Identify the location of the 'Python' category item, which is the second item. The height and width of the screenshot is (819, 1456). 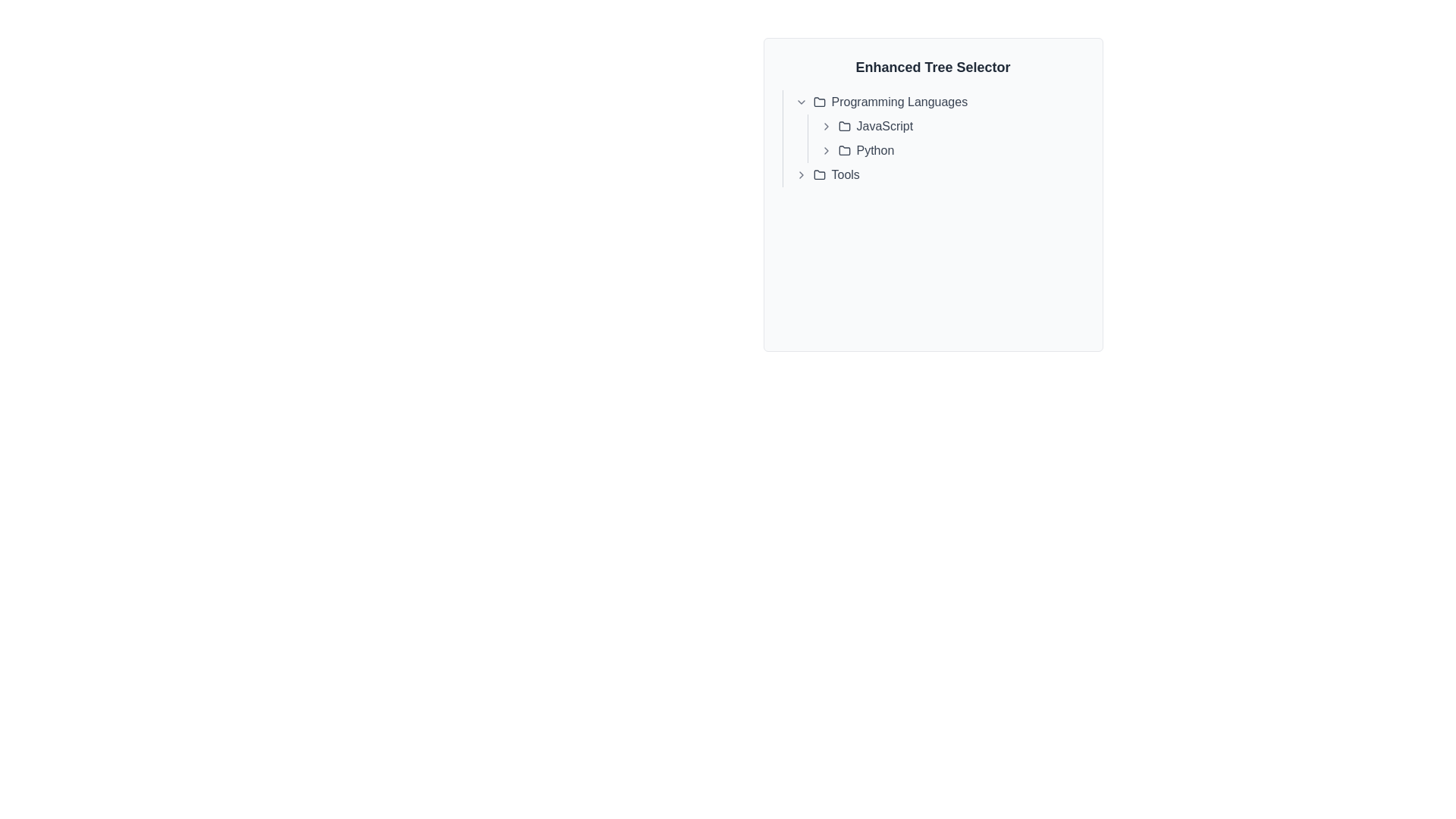
(951, 151).